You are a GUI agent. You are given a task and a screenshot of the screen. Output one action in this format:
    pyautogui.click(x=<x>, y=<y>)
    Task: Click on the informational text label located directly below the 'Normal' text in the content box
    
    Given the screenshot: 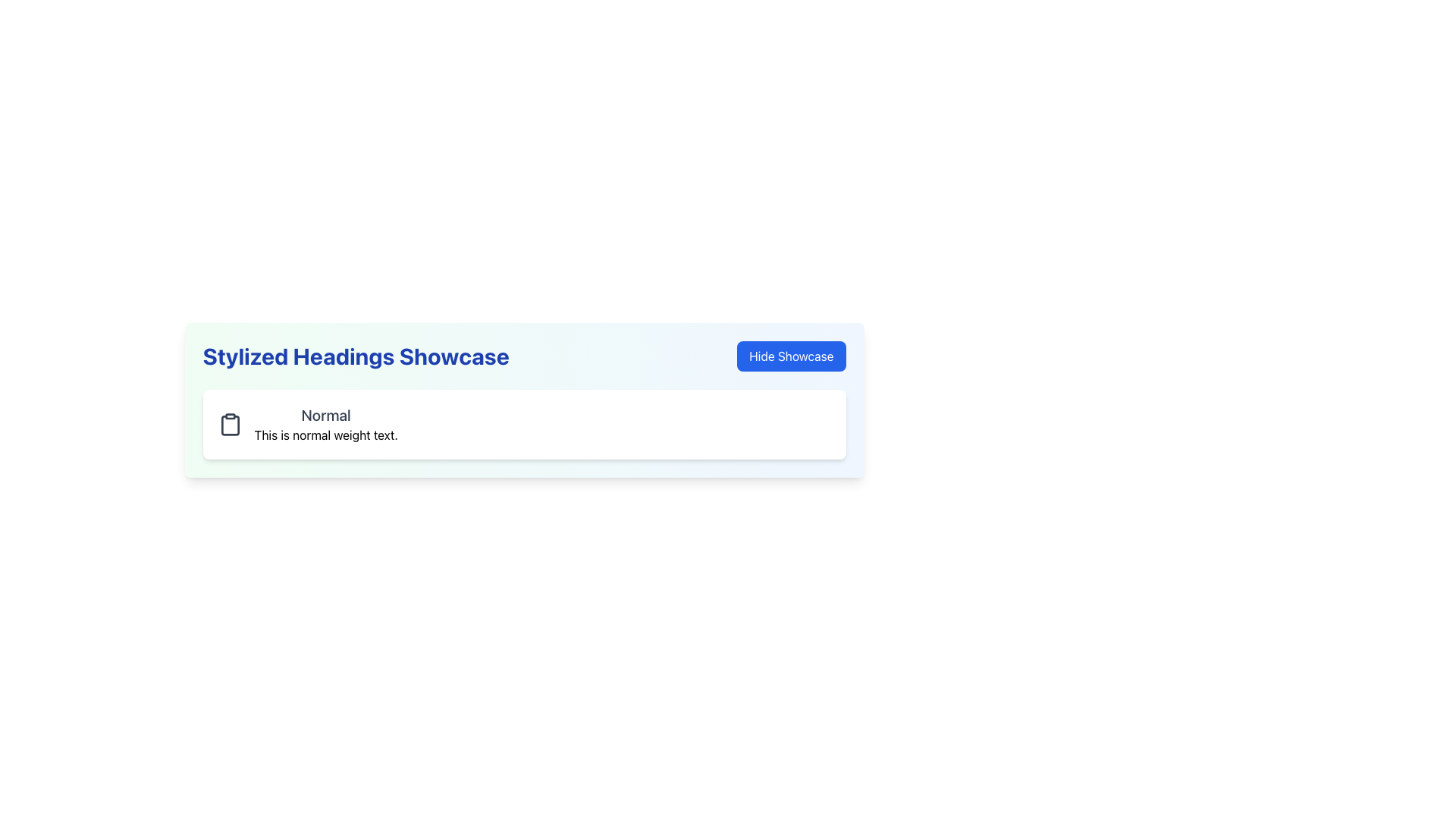 What is the action you would take?
    pyautogui.click(x=325, y=435)
    